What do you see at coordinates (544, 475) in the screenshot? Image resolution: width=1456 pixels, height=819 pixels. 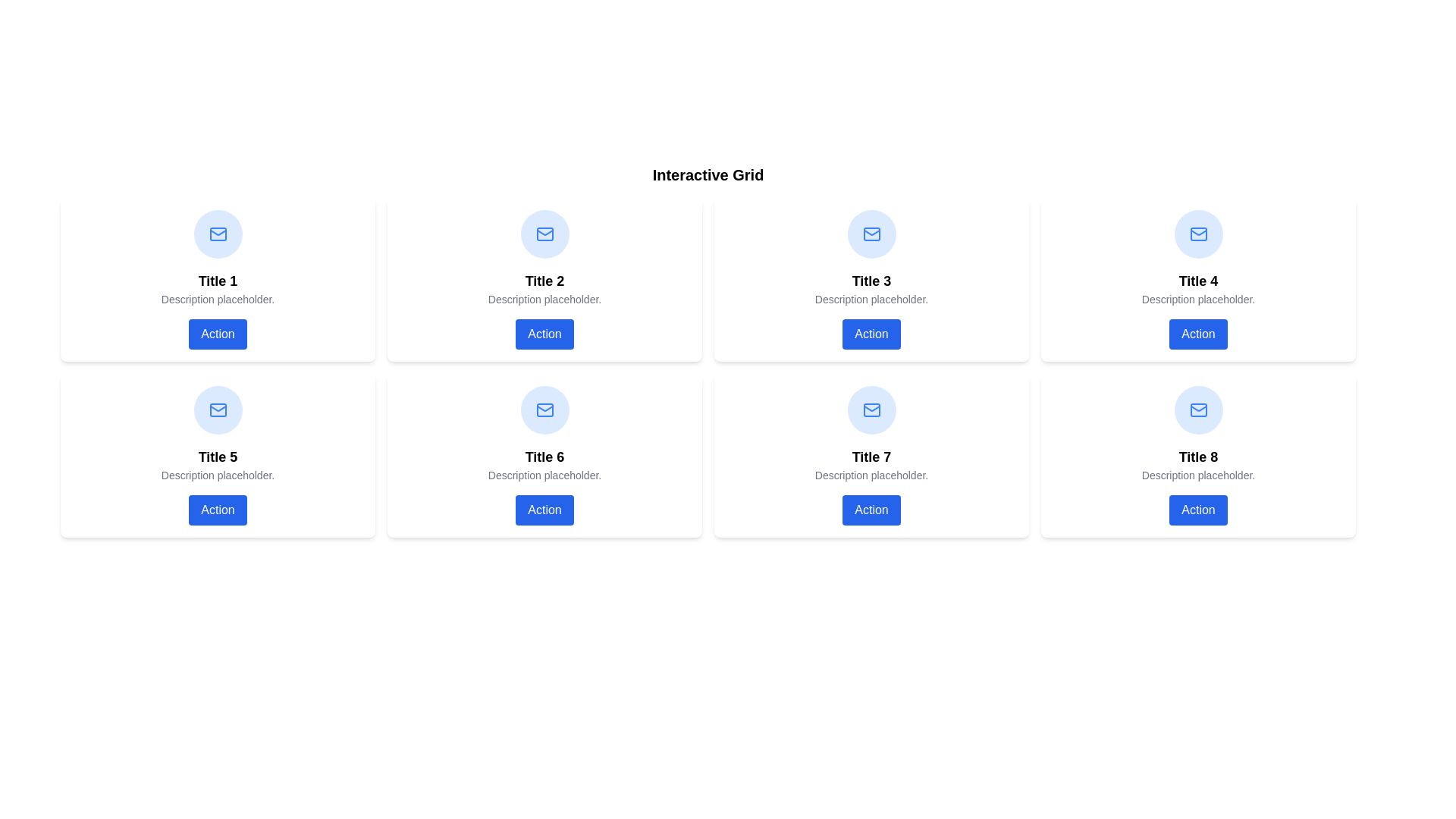 I see `static text description located centrally within the card labeled 'Title 6', positioned below the title and above the button labeled 'Action'` at bounding box center [544, 475].